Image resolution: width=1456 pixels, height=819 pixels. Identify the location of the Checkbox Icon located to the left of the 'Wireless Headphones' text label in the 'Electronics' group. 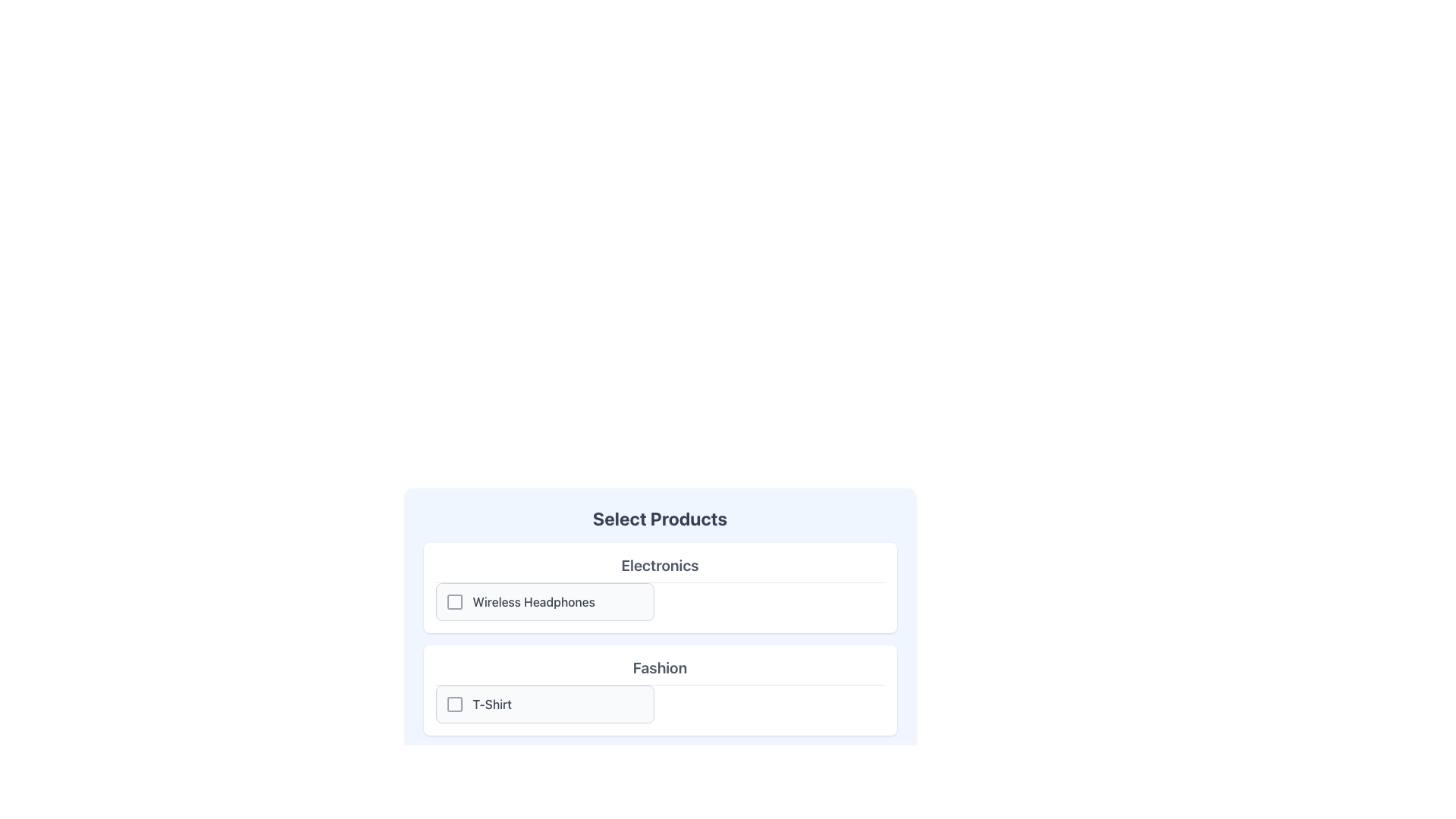
(453, 601).